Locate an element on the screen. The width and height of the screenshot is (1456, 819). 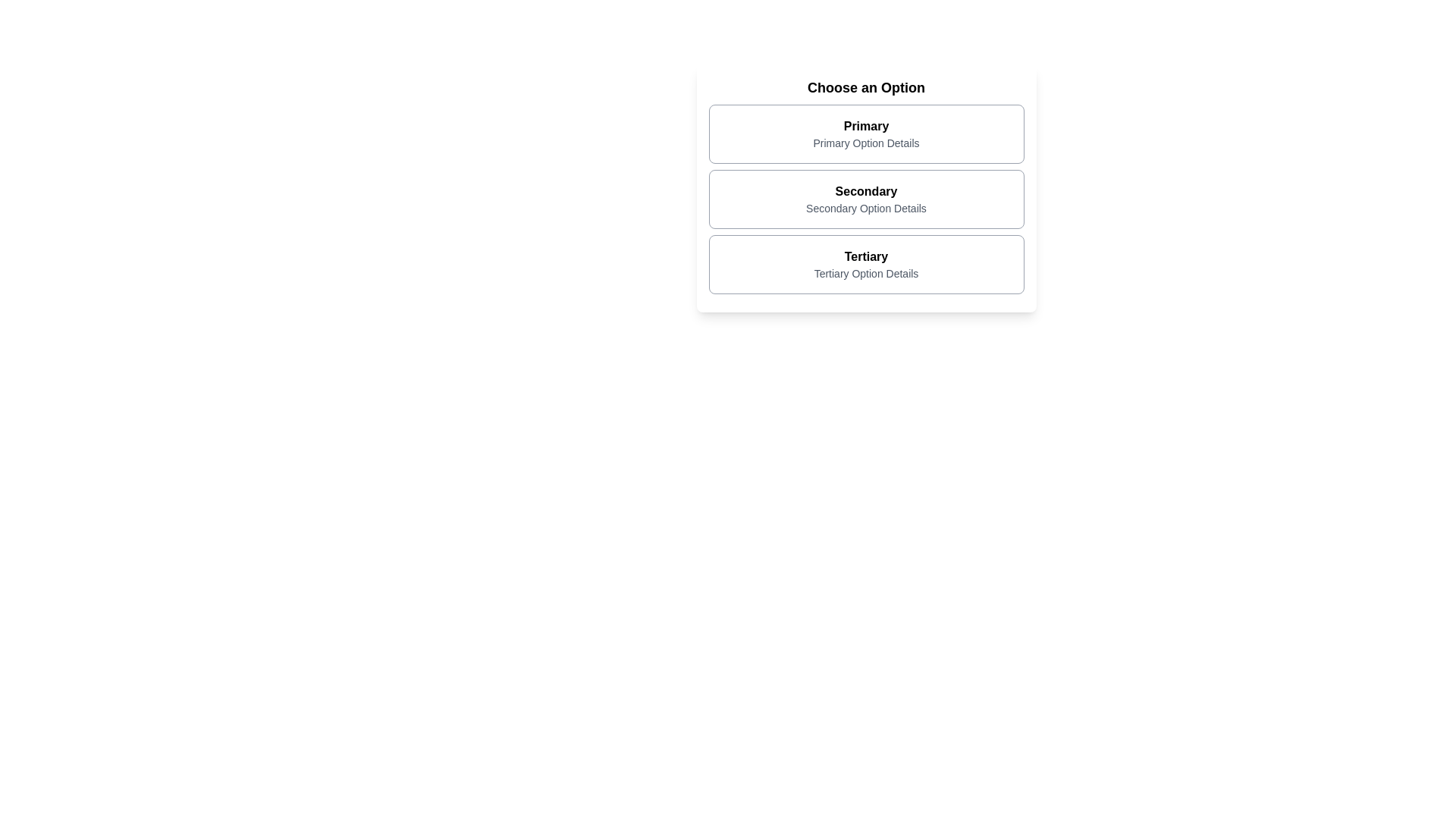
the main label of the second option in the selection interface to interact with it is located at coordinates (866, 191).